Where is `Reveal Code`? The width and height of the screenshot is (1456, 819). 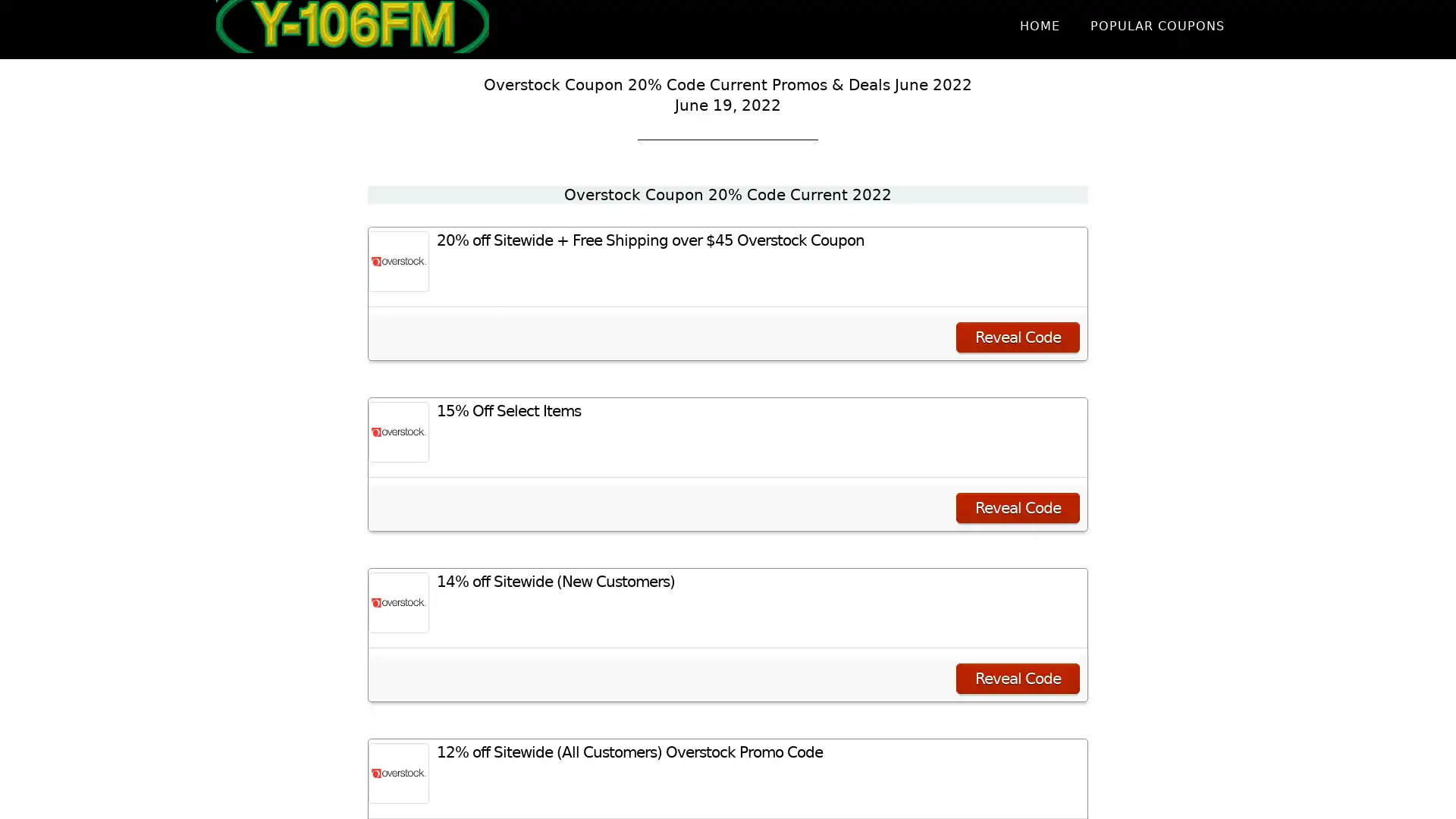 Reveal Code is located at coordinates (1018, 336).